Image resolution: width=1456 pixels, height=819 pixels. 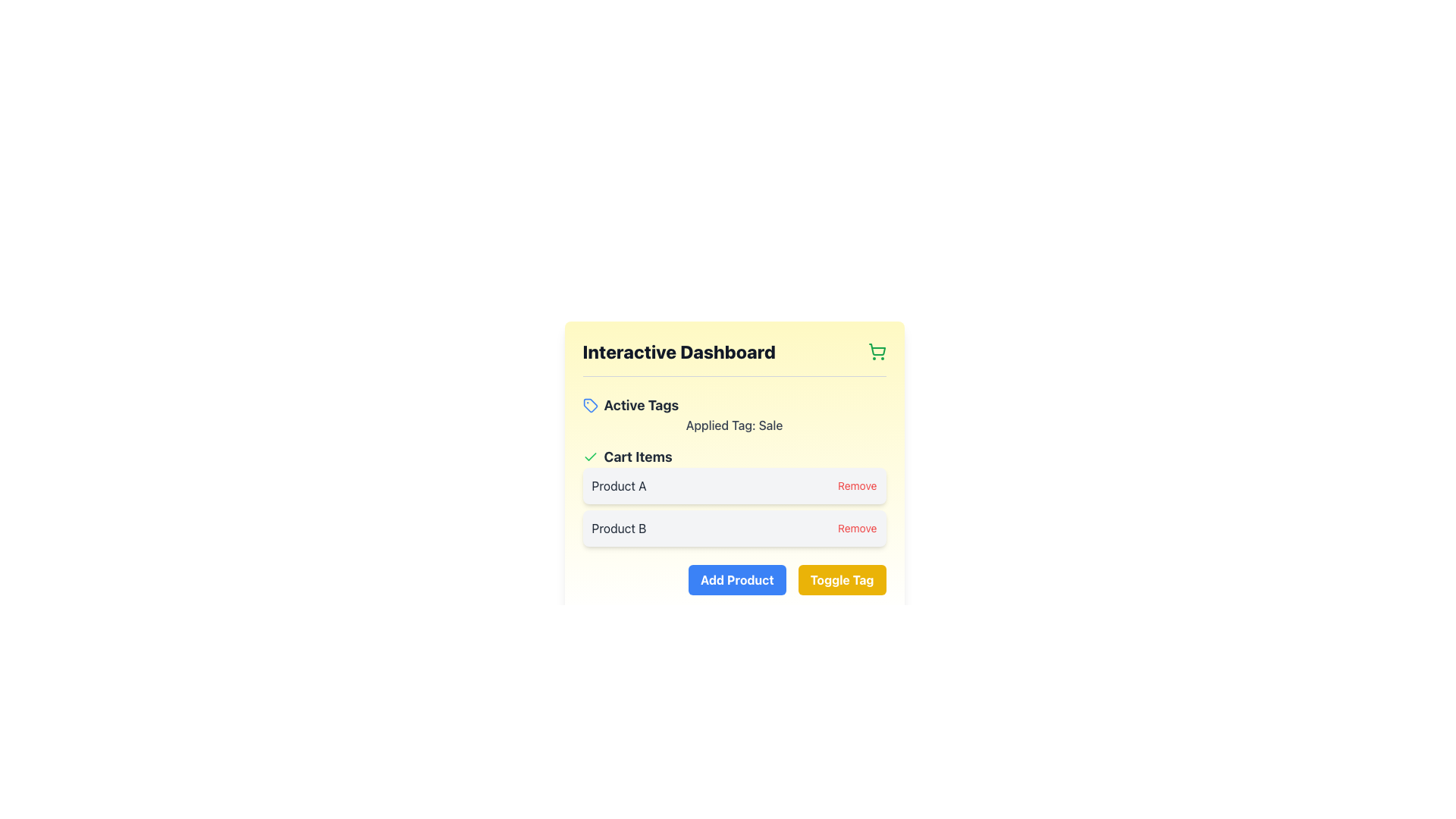 What do you see at coordinates (734, 425) in the screenshot?
I see `the 'Applied Tag: Sale' text label, which is styled with gray color and medium font weight, located below the 'Active Tags' header` at bounding box center [734, 425].